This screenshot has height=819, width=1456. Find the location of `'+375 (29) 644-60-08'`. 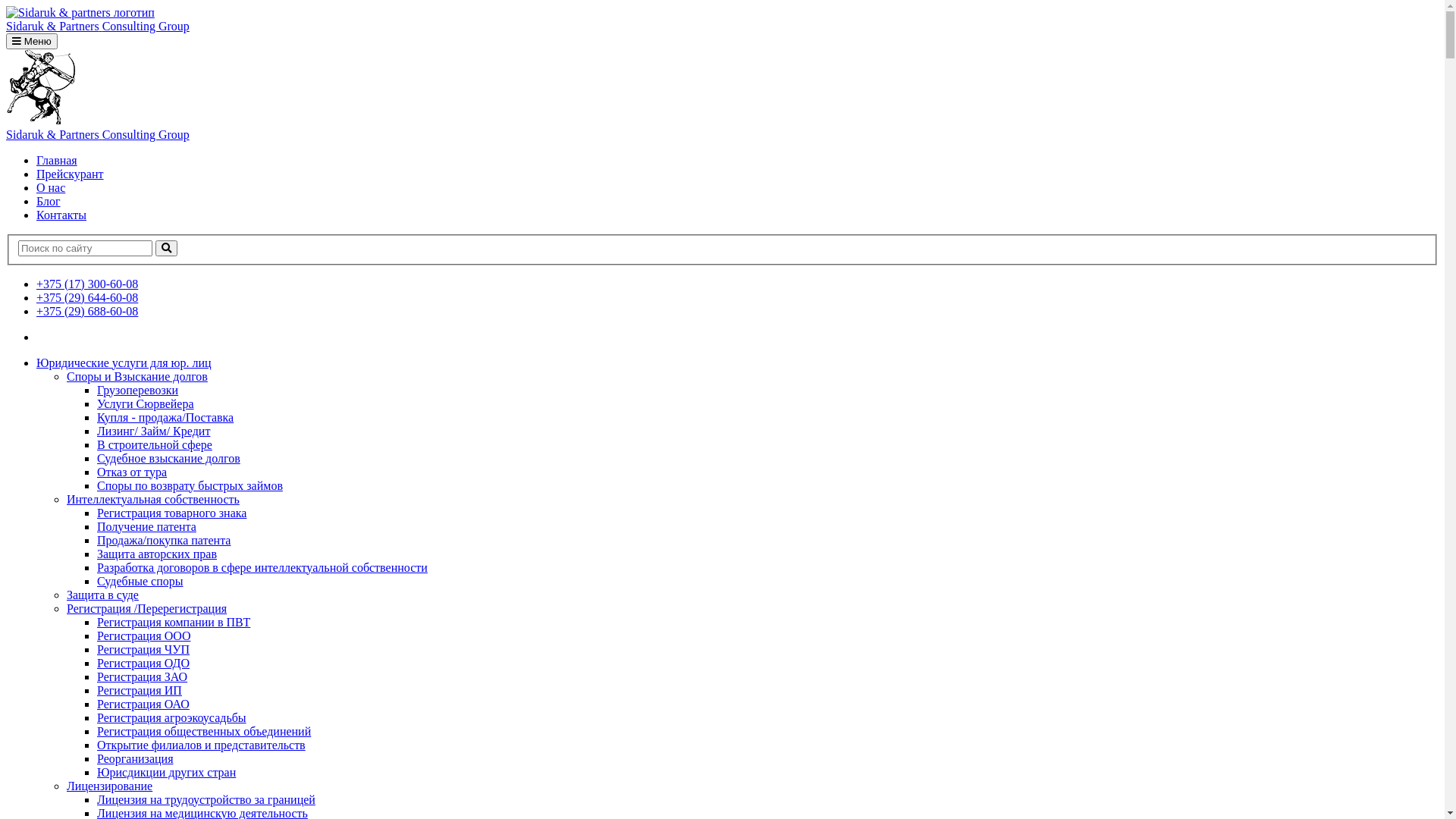

'+375 (29) 644-60-08' is located at coordinates (86, 297).